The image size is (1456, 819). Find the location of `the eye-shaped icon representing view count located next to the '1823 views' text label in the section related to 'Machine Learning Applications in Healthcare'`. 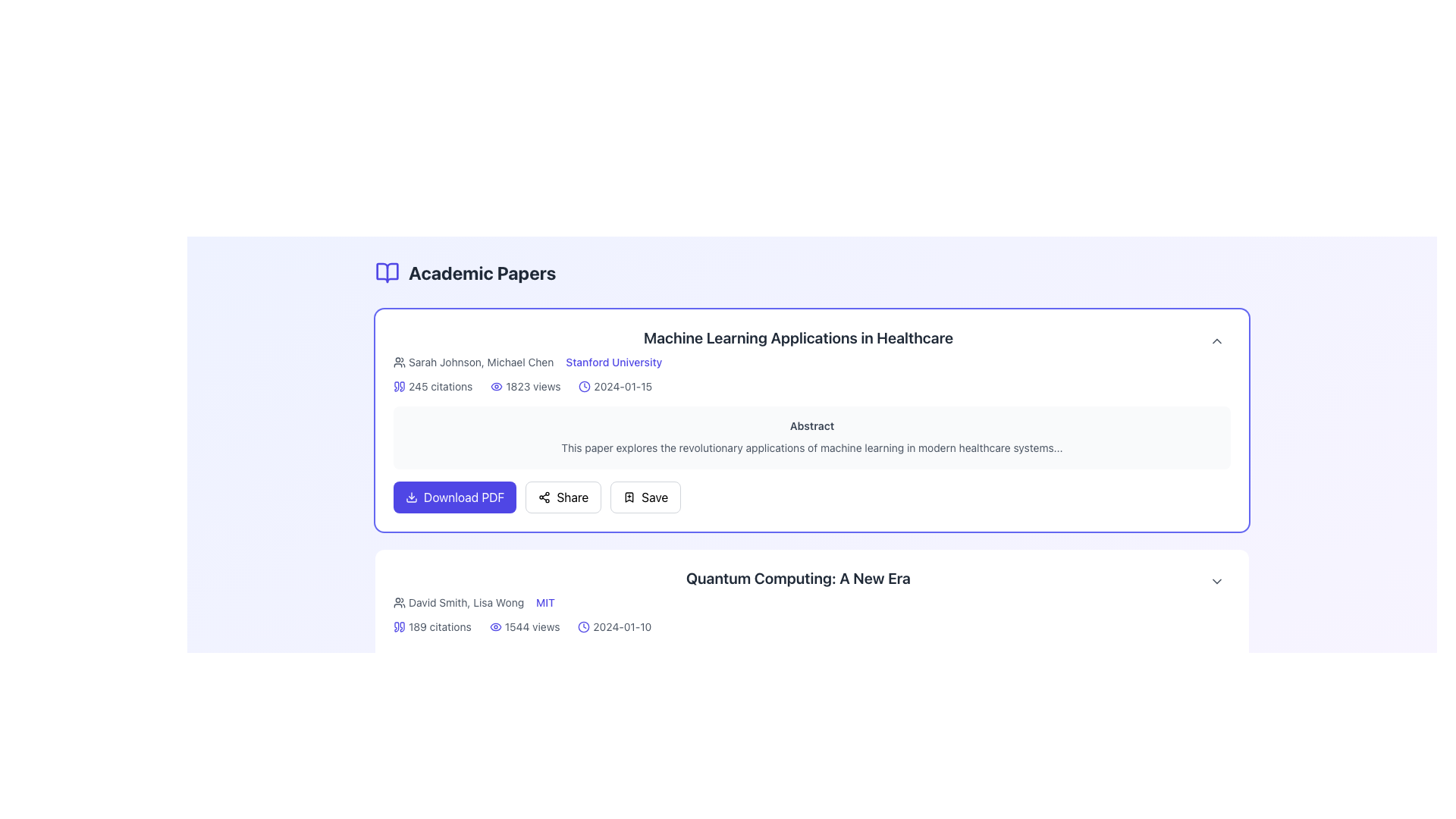

the eye-shaped icon representing view count located next to the '1823 views' text label in the section related to 'Machine Learning Applications in Healthcare' is located at coordinates (497, 385).